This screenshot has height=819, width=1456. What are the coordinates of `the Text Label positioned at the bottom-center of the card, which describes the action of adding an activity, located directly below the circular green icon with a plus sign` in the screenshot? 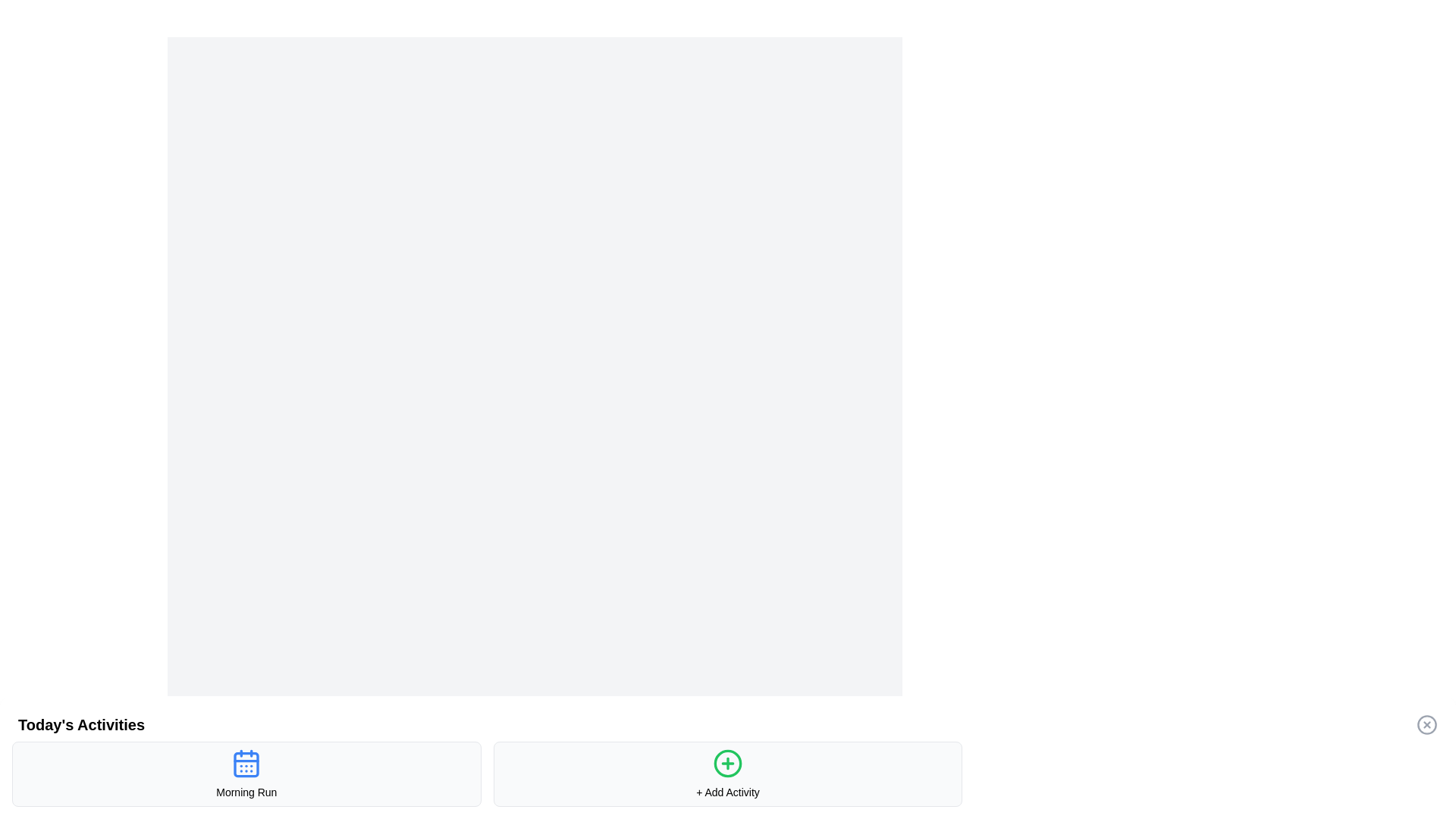 It's located at (728, 792).